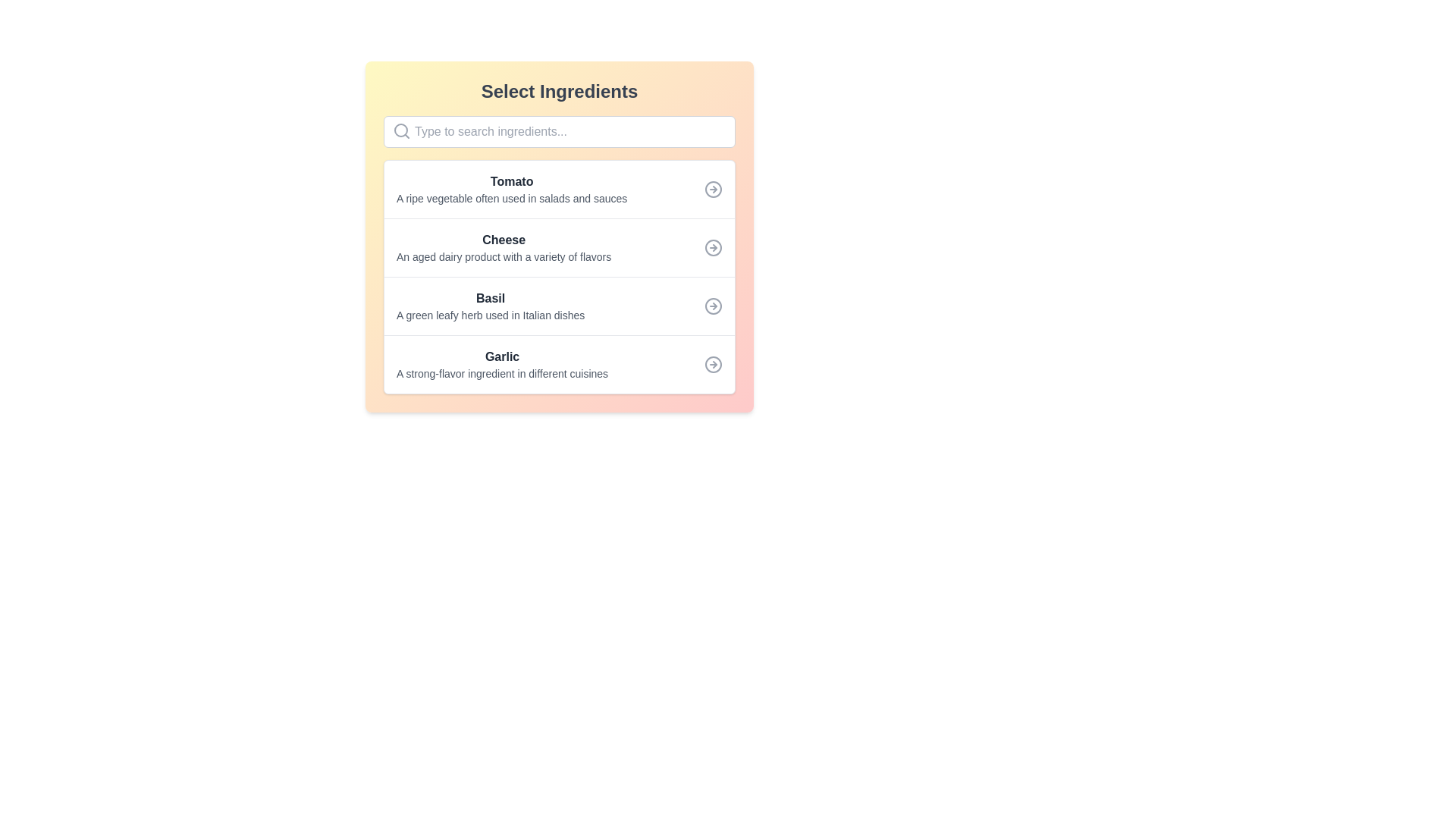 This screenshot has height=819, width=1456. What do you see at coordinates (502, 365) in the screenshot?
I see `the text block displaying the title 'Garlic' and its description, which is aligned to the left and is the fourth row in the list of ingredients` at bounding box center [502, 365].